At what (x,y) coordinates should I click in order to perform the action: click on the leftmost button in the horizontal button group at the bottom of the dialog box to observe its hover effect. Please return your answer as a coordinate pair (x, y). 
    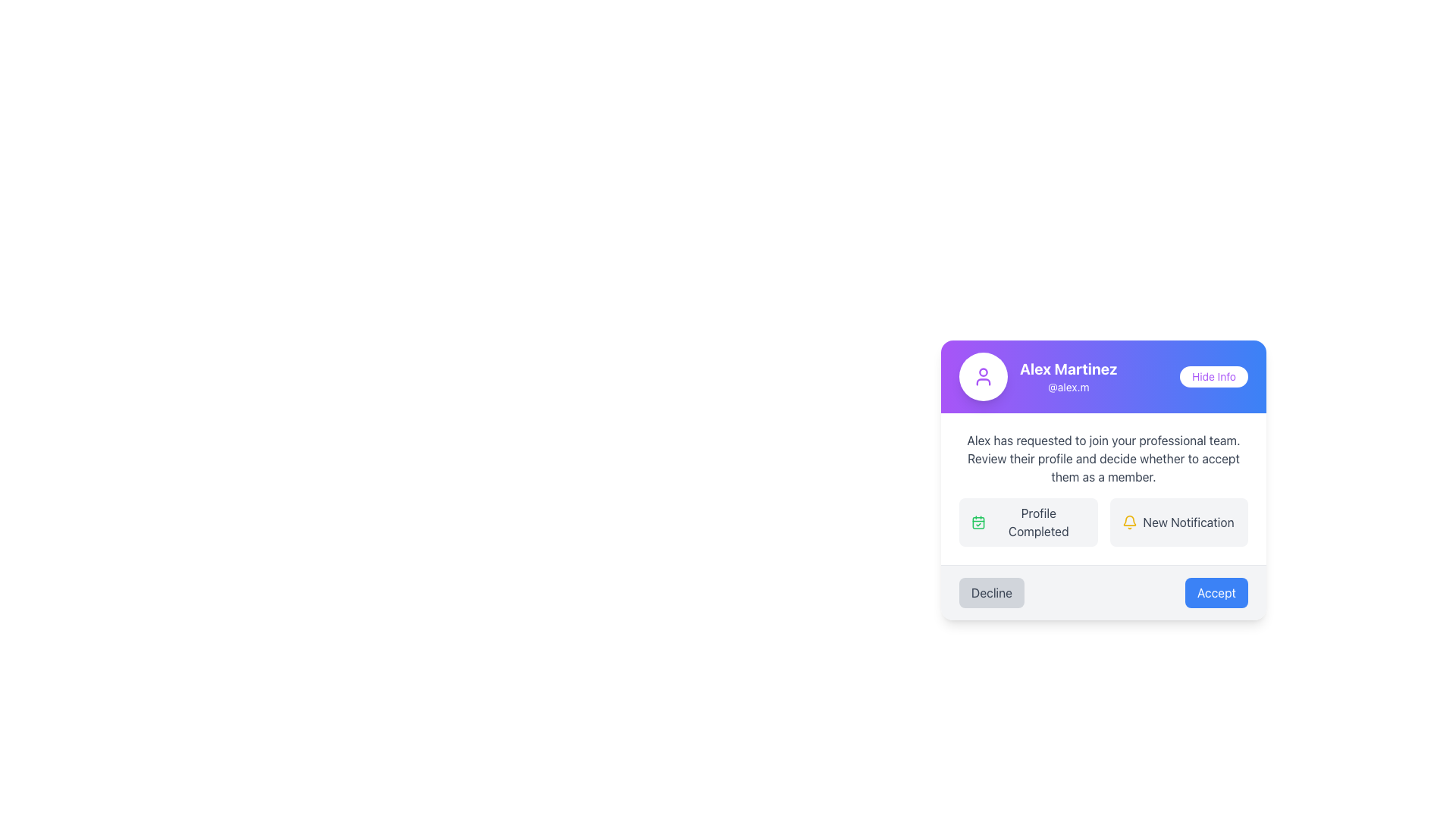
    Looking at the image, I should click on (992, 592).